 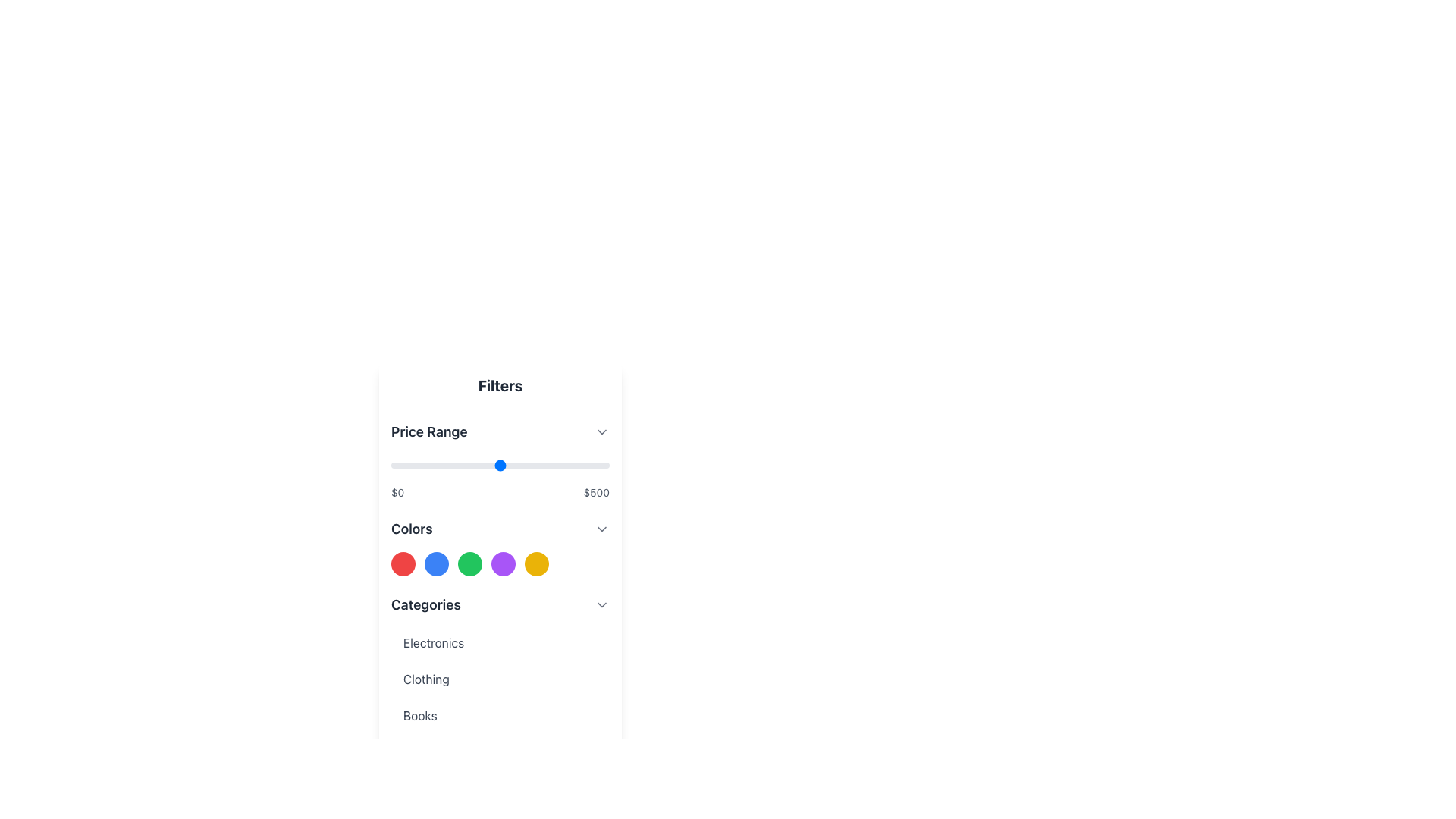 What do you see at coordinates (593, 464) in the screenshot?
I see `the price range` at bounding box center [593, 464].